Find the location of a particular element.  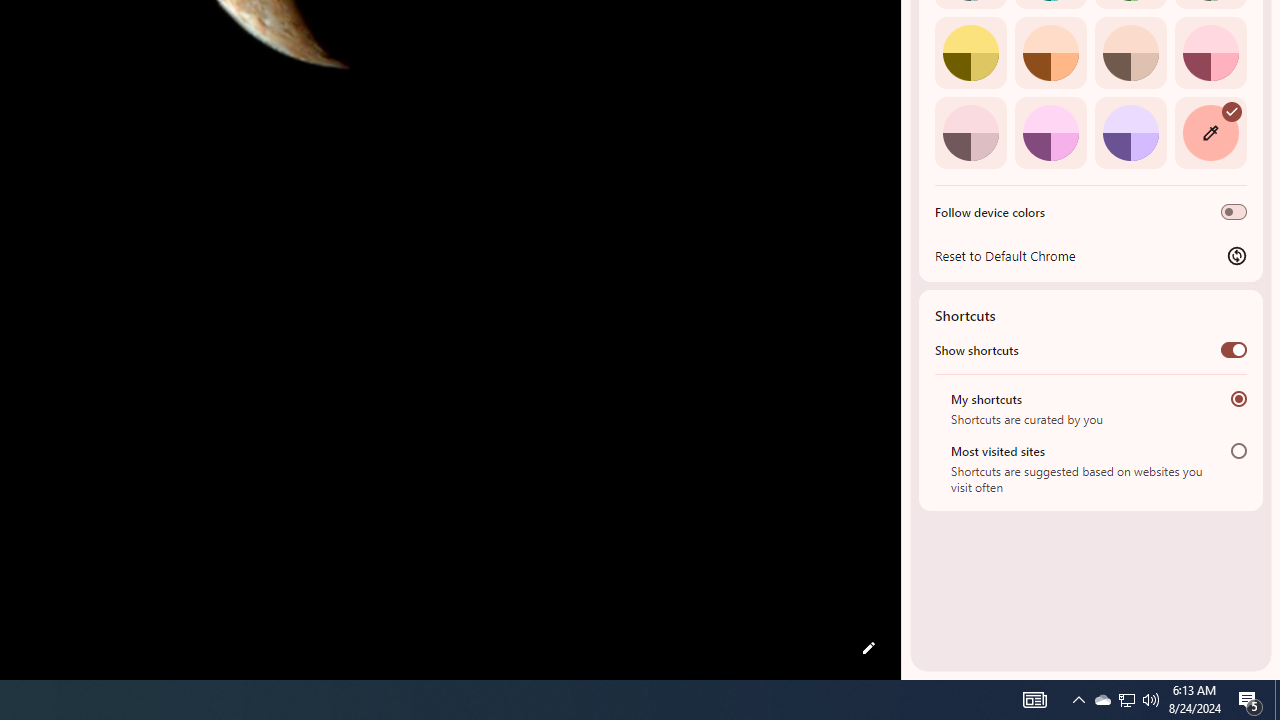

'Pink' is located at coordinates (970, 132).